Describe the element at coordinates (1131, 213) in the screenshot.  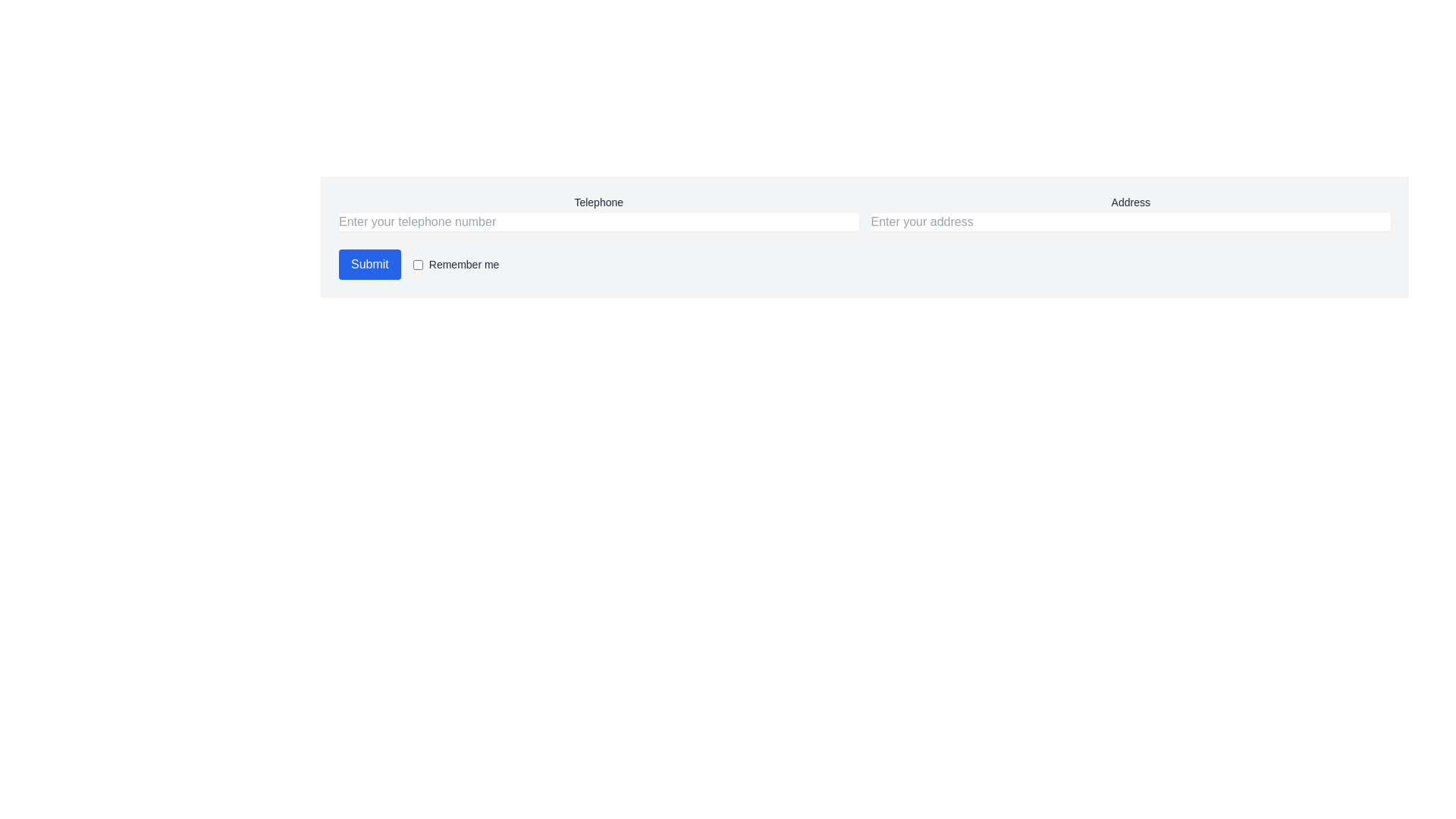
I see `the 'Address' input field, which is a rectangular text input with a light border and rounded corners` at that location.